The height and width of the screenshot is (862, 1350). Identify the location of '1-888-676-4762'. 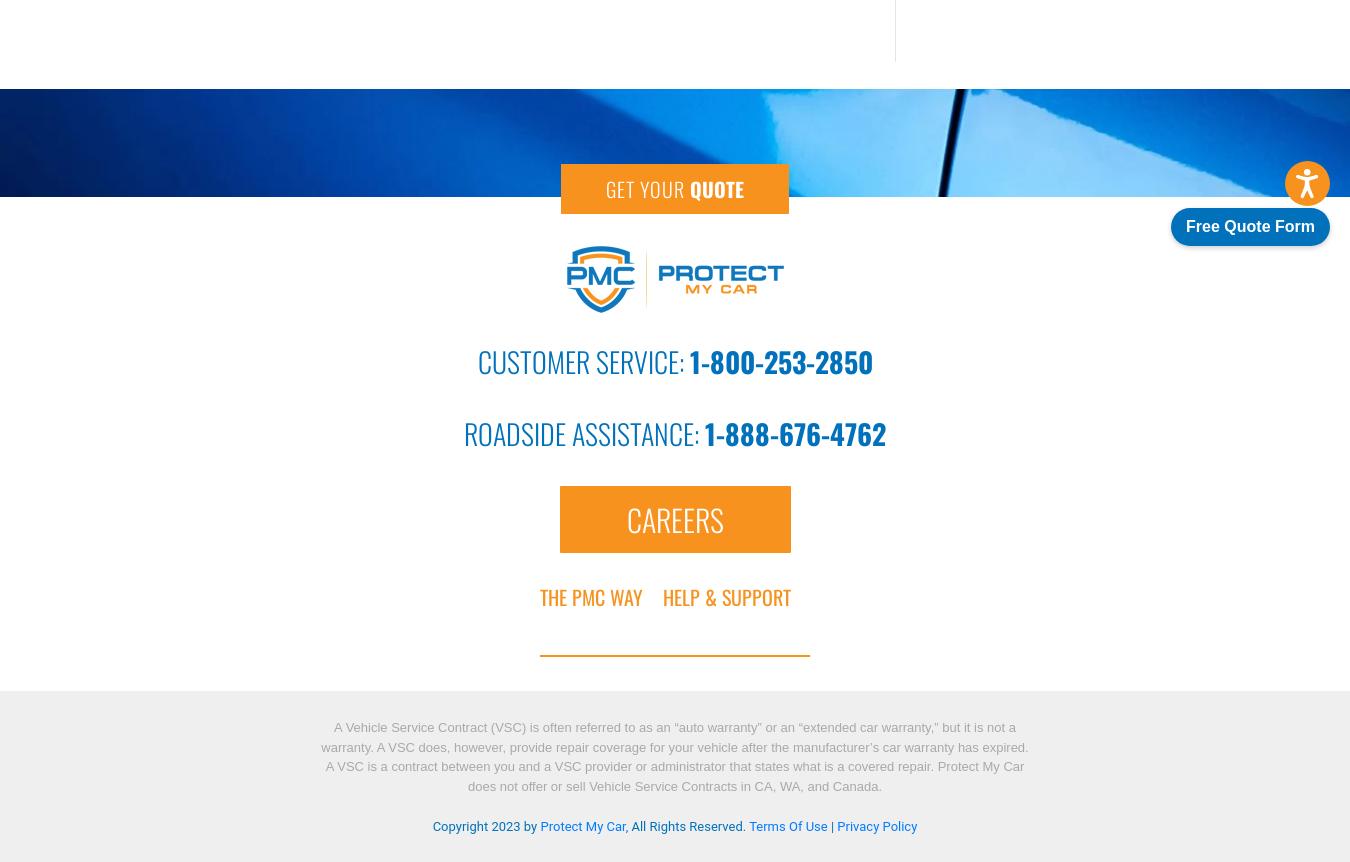
(703, 432).